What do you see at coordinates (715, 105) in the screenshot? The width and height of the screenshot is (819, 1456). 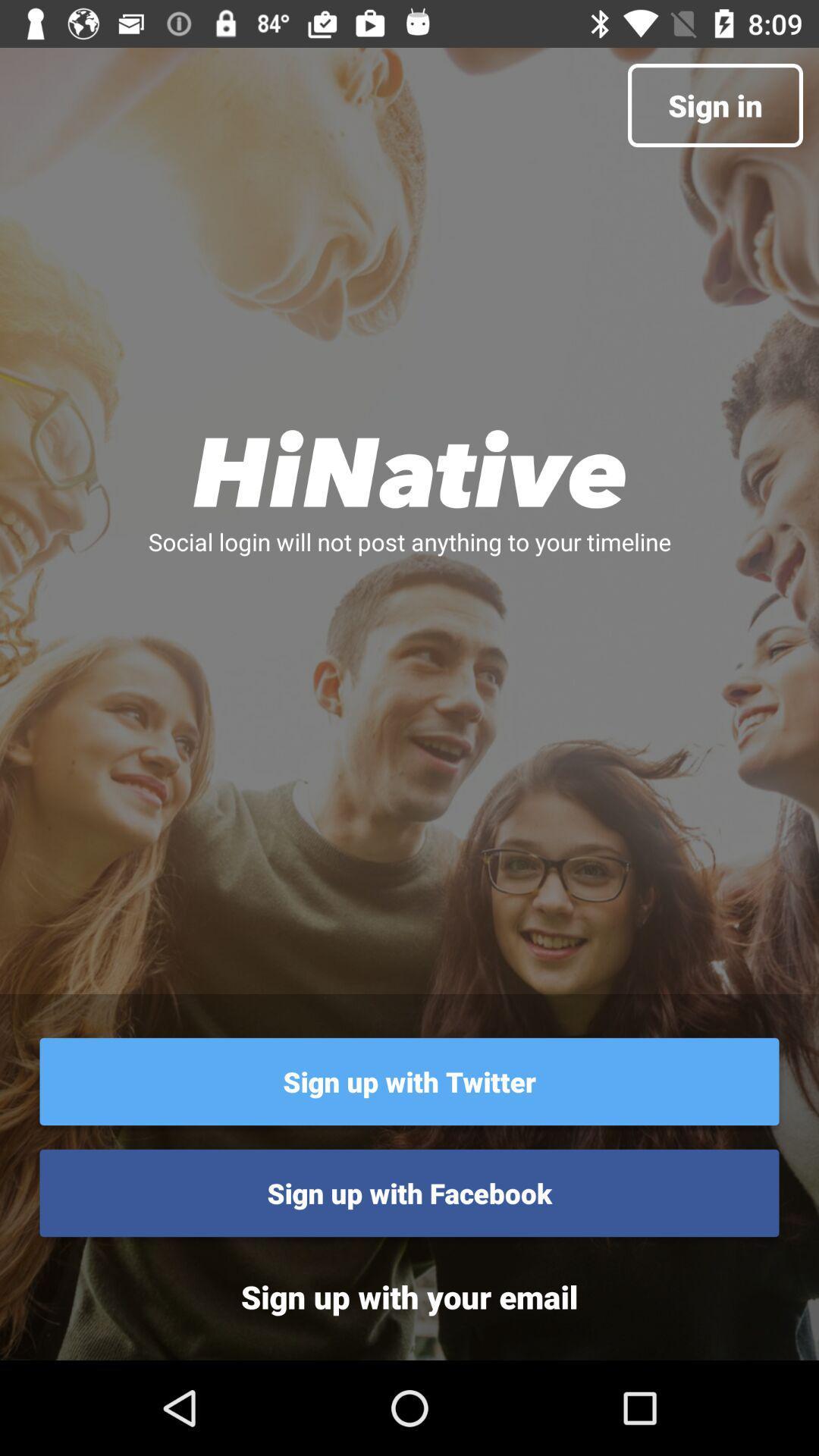 I see `sign in item` at bounding box center [715, 105].